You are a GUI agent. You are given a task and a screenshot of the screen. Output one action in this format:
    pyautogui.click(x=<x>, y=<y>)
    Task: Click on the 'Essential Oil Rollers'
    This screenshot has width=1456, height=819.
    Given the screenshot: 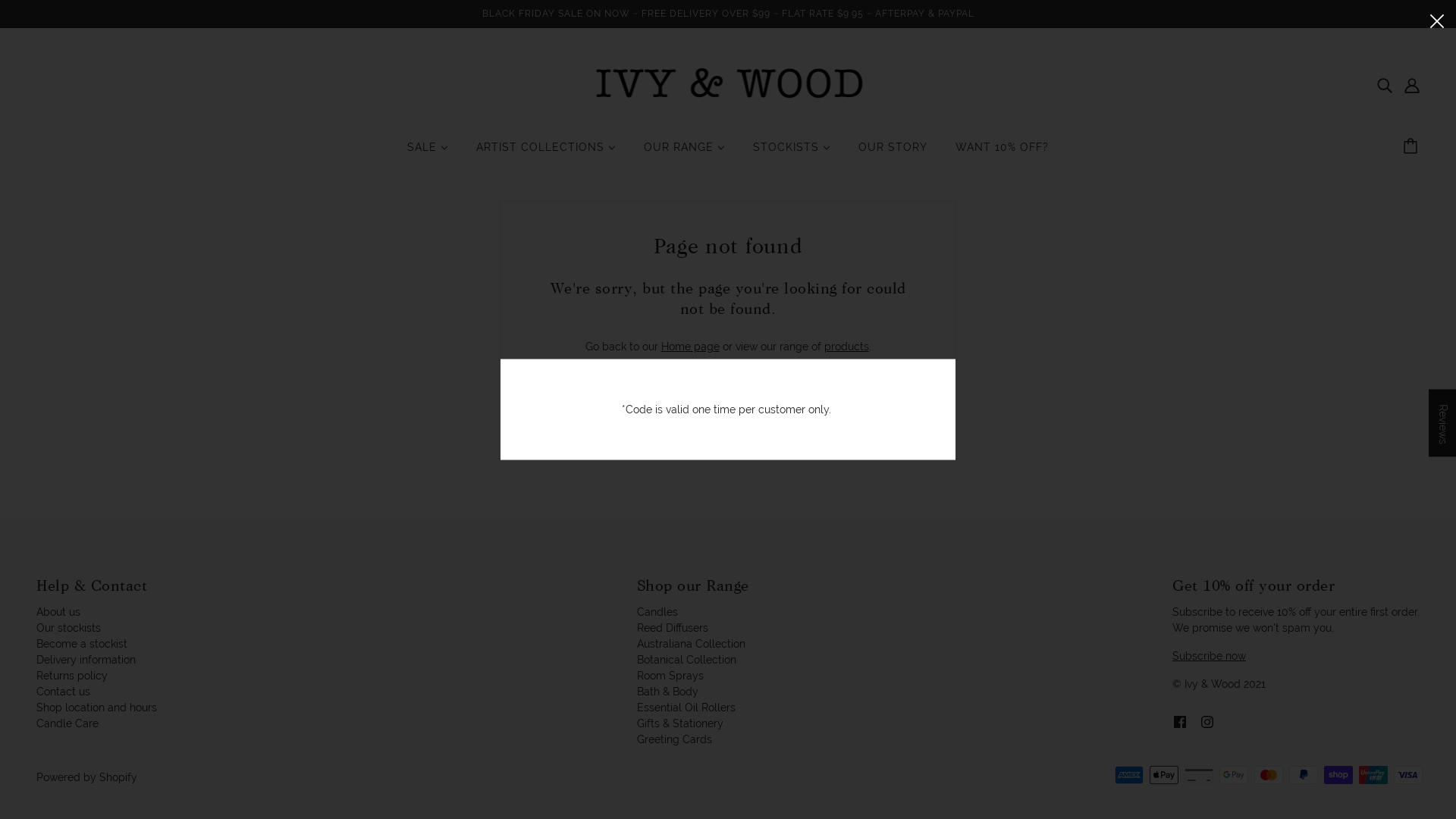 What is the action you would take?
    pyautogui.click(x=686, y=707)
    